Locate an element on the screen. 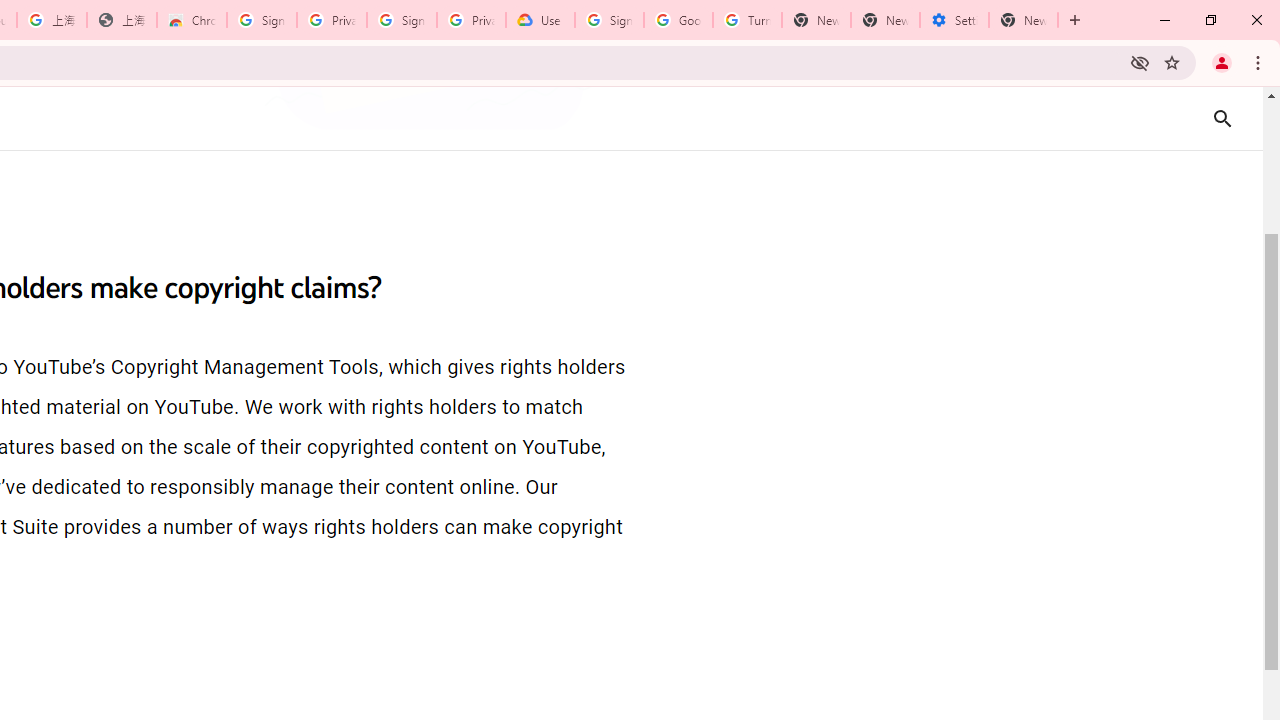 The image size is (1280, 720). 'Close' is located at coordinates (1255, 20).